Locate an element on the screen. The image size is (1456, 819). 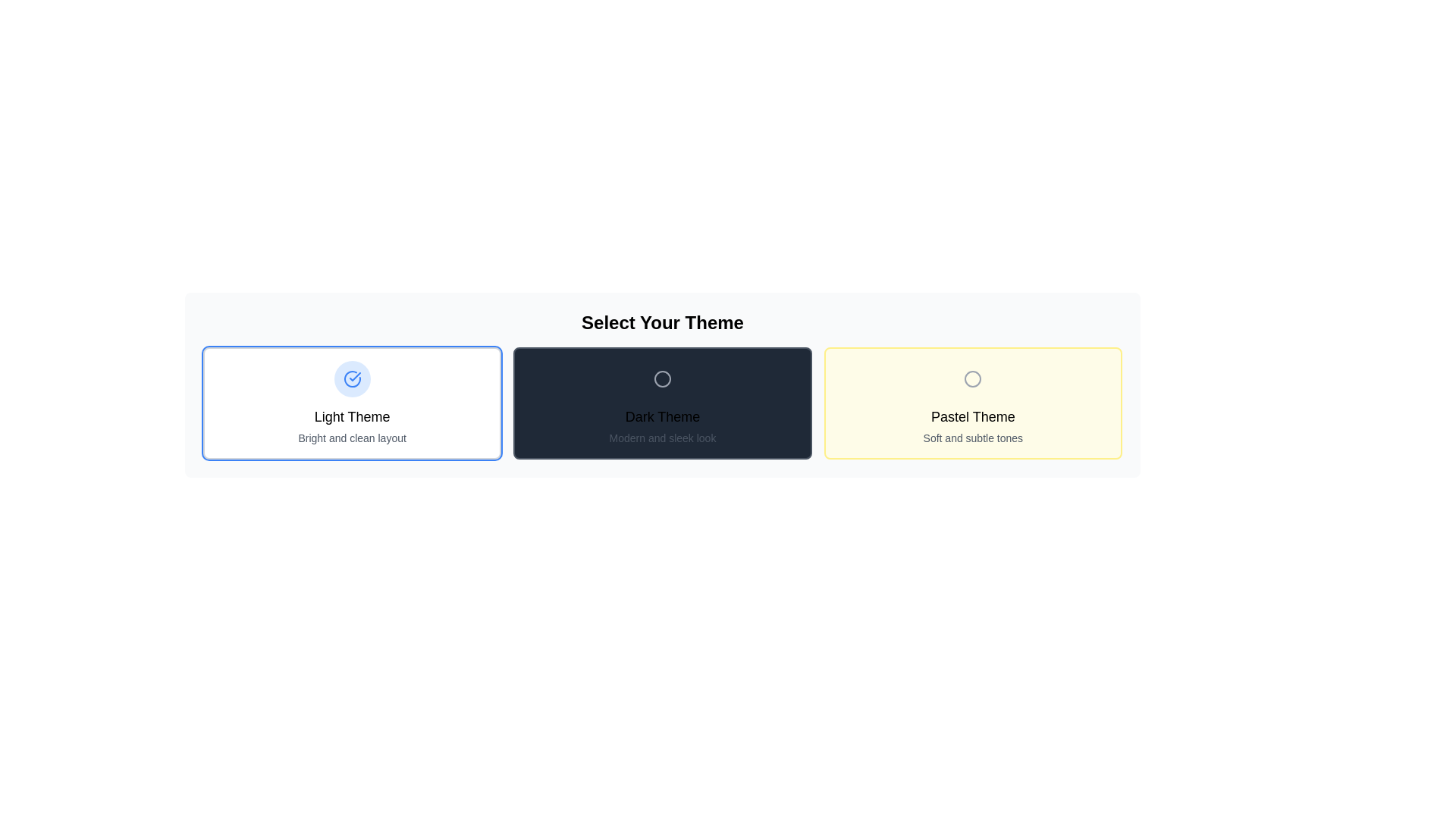
the descriptive text label that explains the 'Pastel Theme', located at the bottom of the card labeled 'Pastel Theme' is located at coordinates (973, 438).